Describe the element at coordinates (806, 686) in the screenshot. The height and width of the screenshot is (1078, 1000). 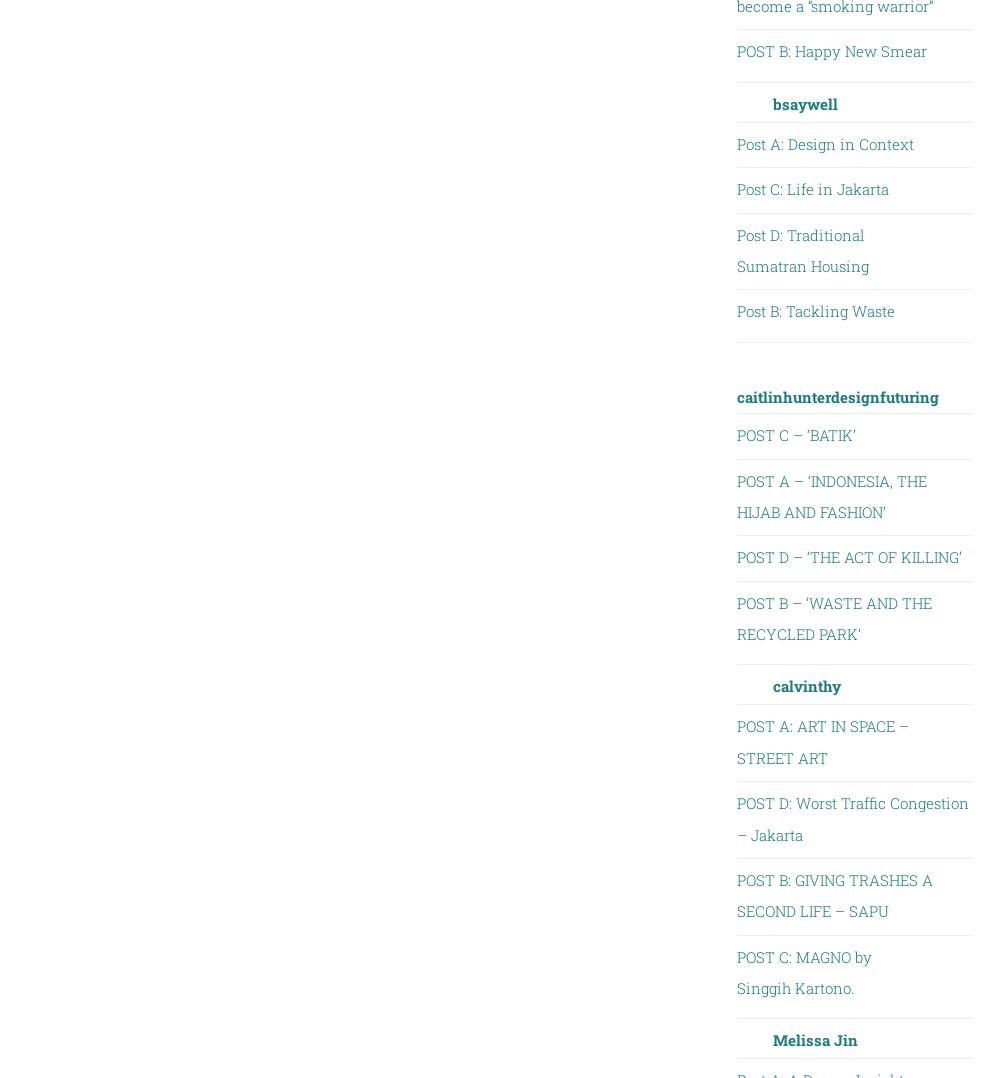
I see `'calvinthy'` at that location.